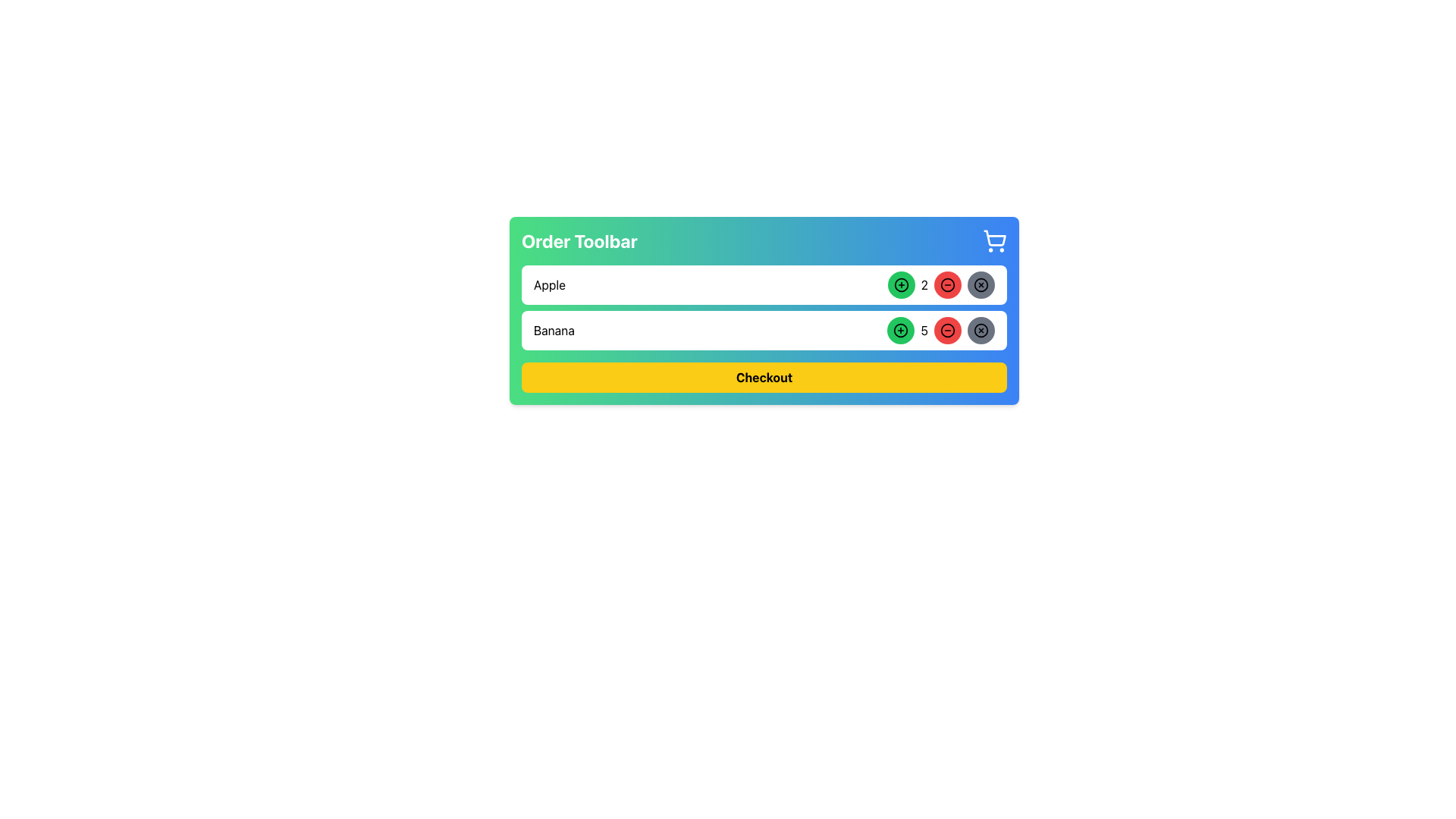 The height and width of the screenshot is (819, 1456). What do you see at coordinates (764, 307) in the screenshot?
I see `the list item containing the text 'Apple2Banana5', which is the second item under the 'Order Toolbar' heading` at bounding box center [764, 307].